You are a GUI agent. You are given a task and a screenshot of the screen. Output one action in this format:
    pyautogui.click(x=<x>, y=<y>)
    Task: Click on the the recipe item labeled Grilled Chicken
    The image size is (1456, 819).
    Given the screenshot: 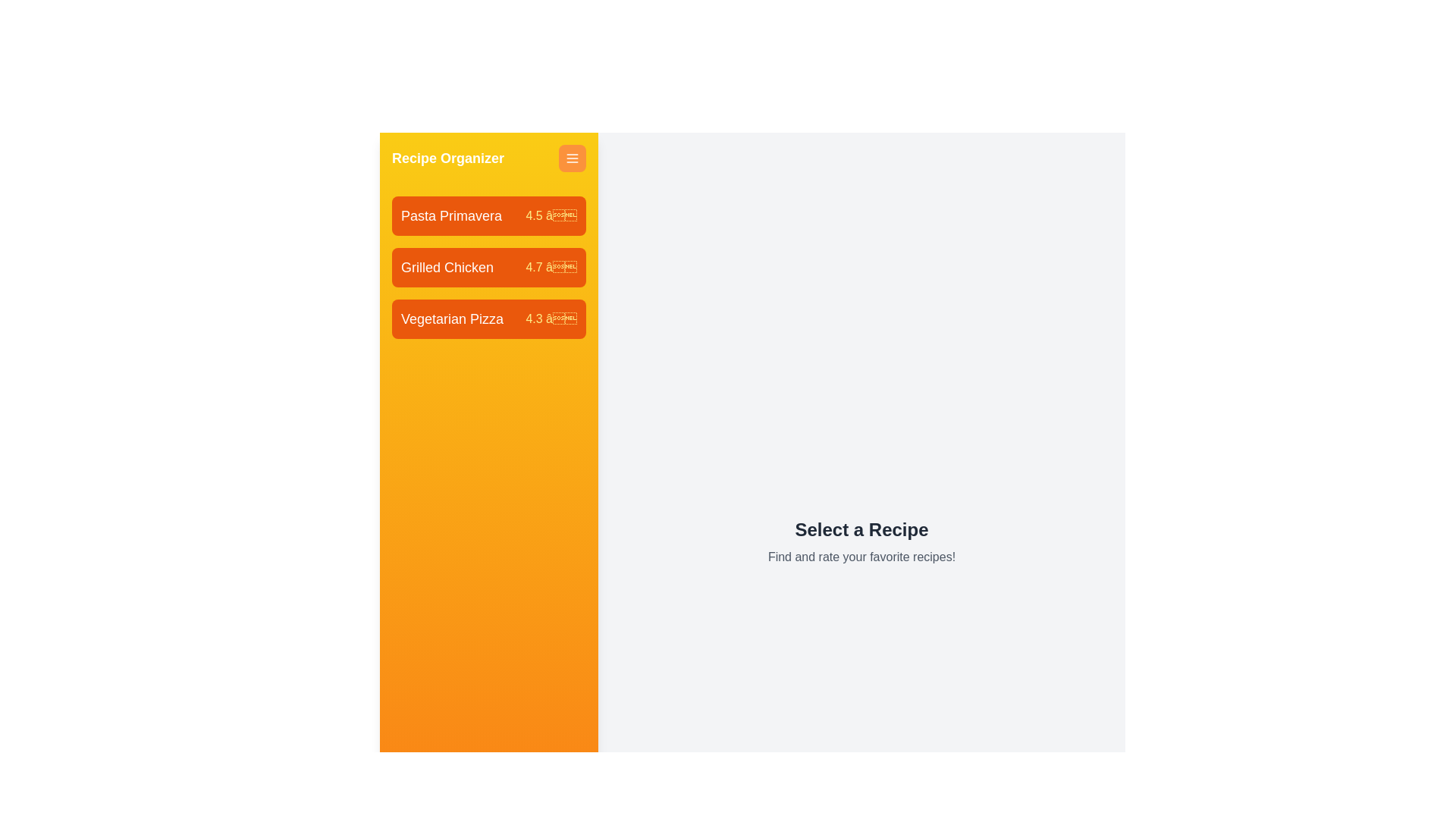 What is the action you would take?
    pyautogui.click(x=488, y=267)
    